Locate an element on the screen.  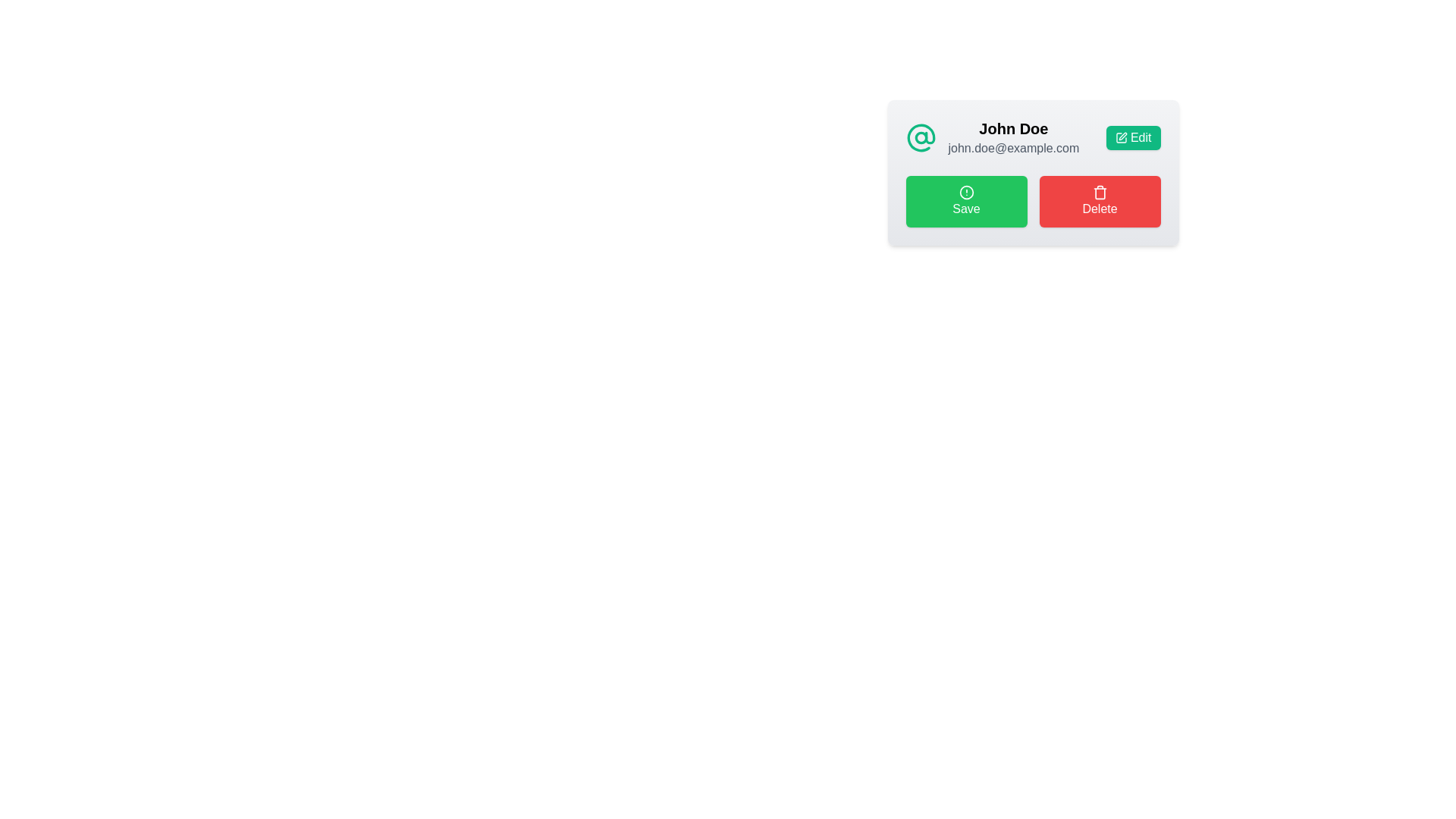
the edit button located in the top-right corner adjacent to 'John Doe' and 'john.doe@example.com' to initiate the edit action is located at coordinates (1132, 137).